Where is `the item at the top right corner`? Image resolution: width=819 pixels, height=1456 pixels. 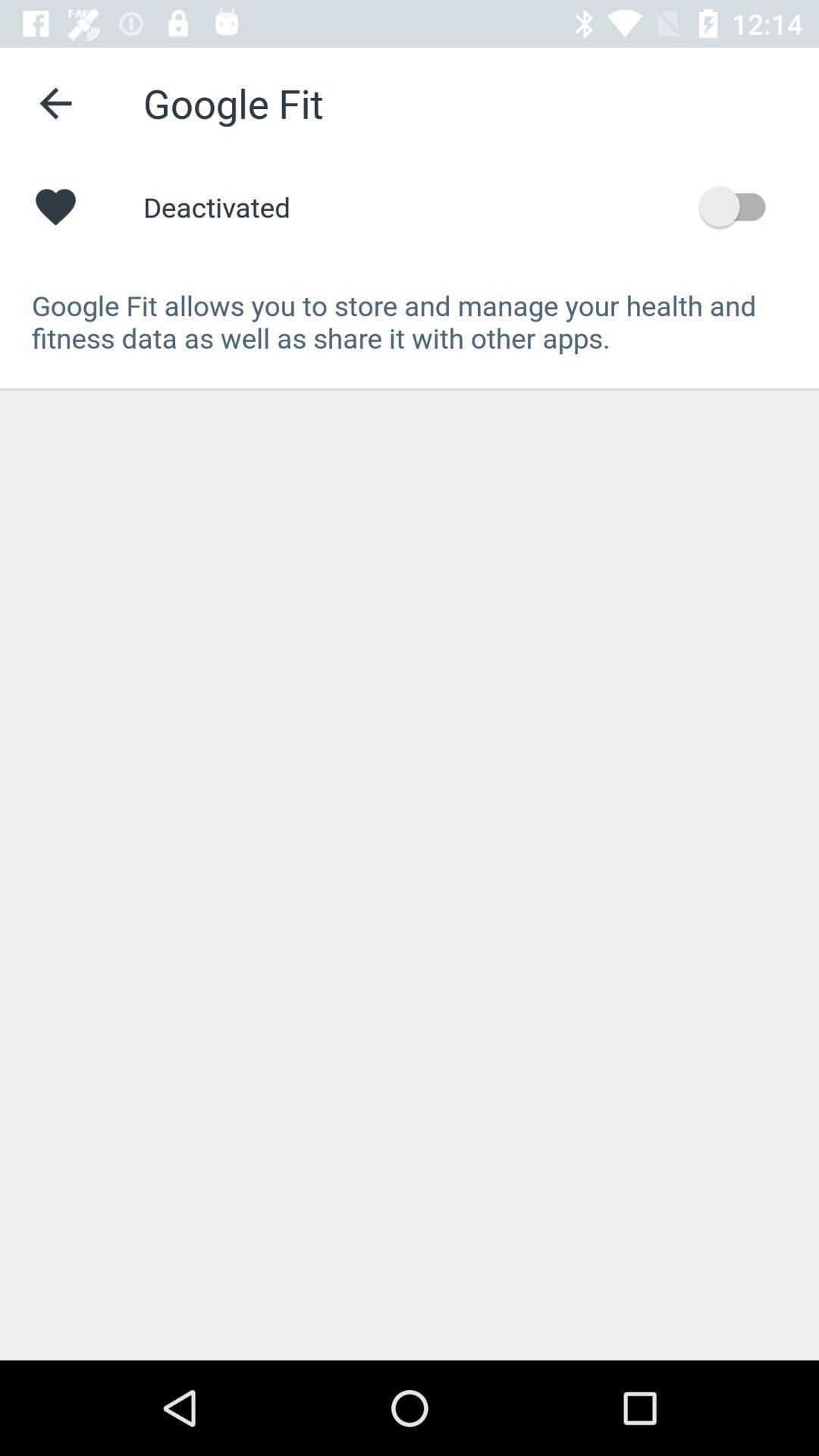
the item at the top right corner is located at coordinates (739, 206).